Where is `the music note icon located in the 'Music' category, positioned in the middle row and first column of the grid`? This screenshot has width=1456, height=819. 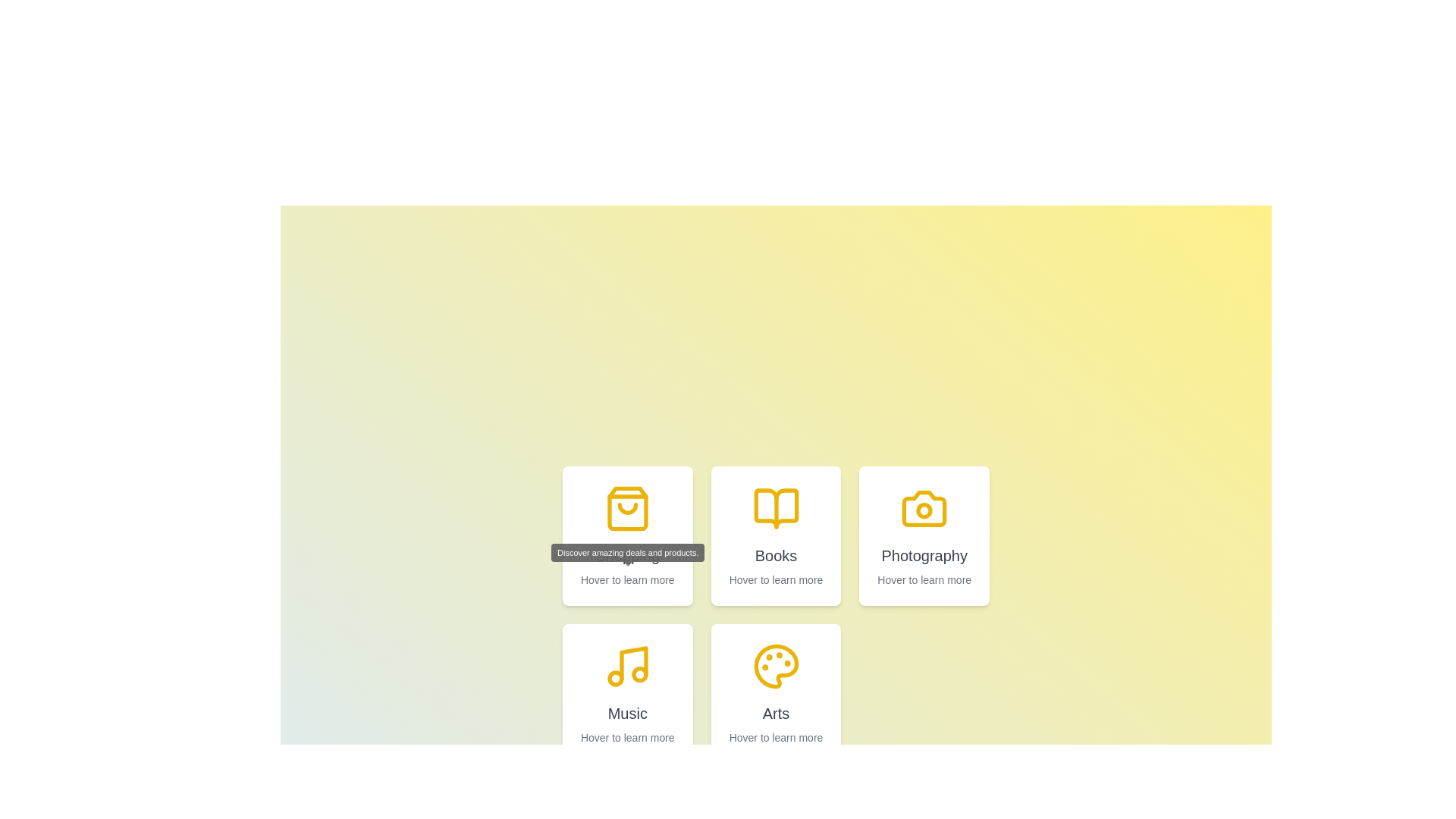
the music note icon located in the 'Music' category, positioned in the middle row and first column of the grid is located at coordinates (627, 666).